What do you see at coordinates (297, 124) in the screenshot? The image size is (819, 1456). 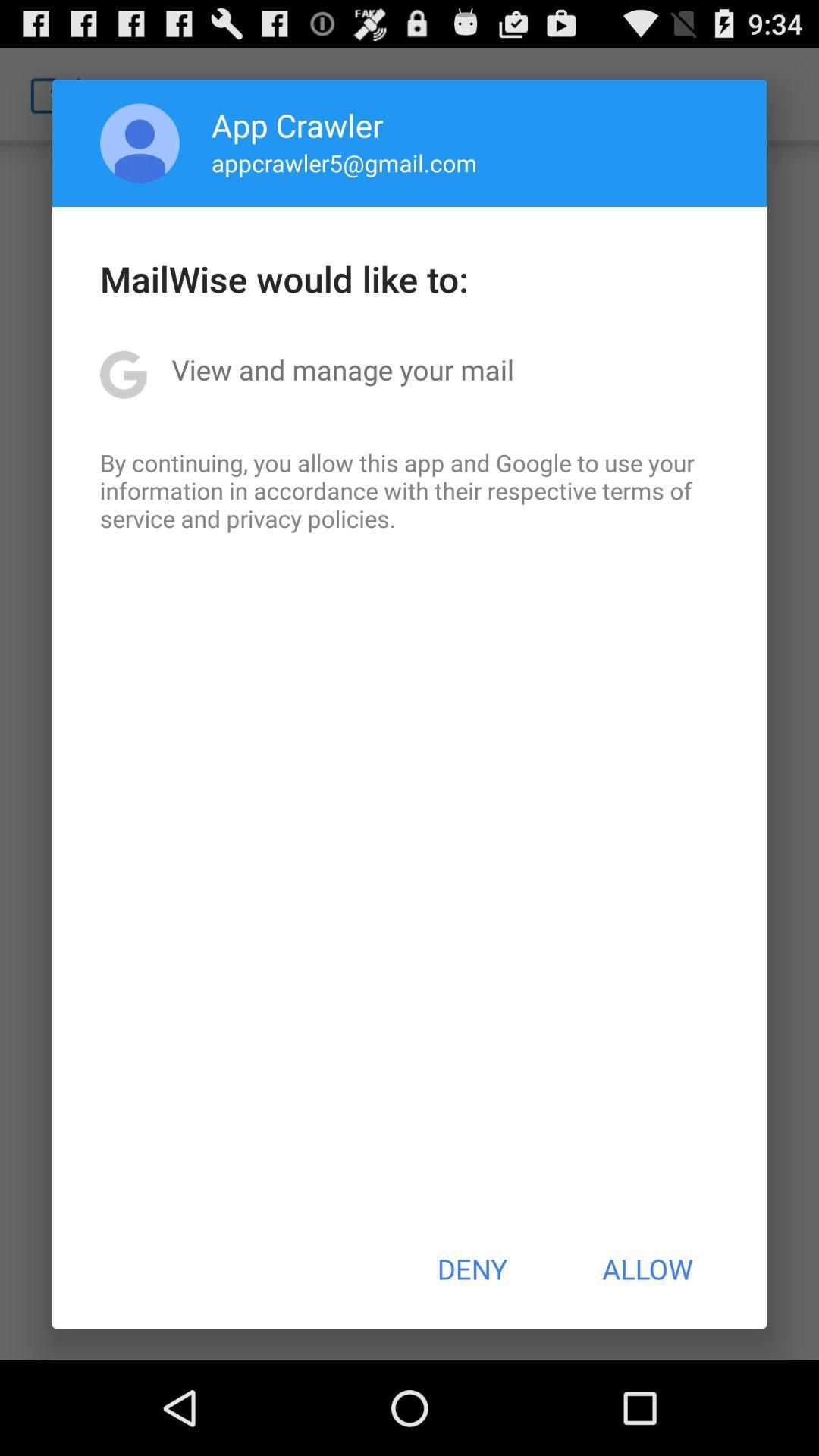 I see `app crawler item` at bounding box center [297, 124].